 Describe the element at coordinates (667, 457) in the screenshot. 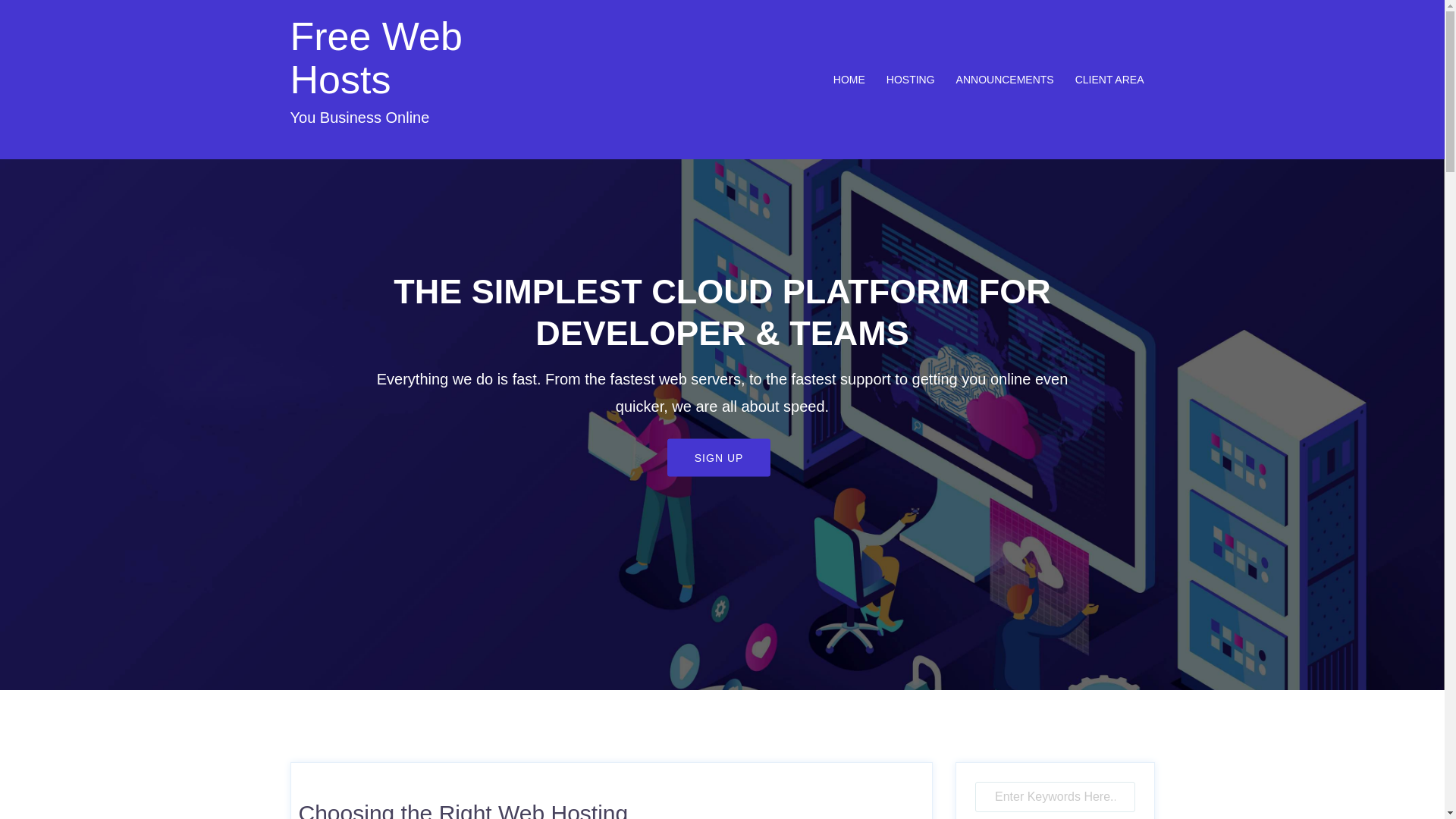

I see `'SIGN UP'` at that location.